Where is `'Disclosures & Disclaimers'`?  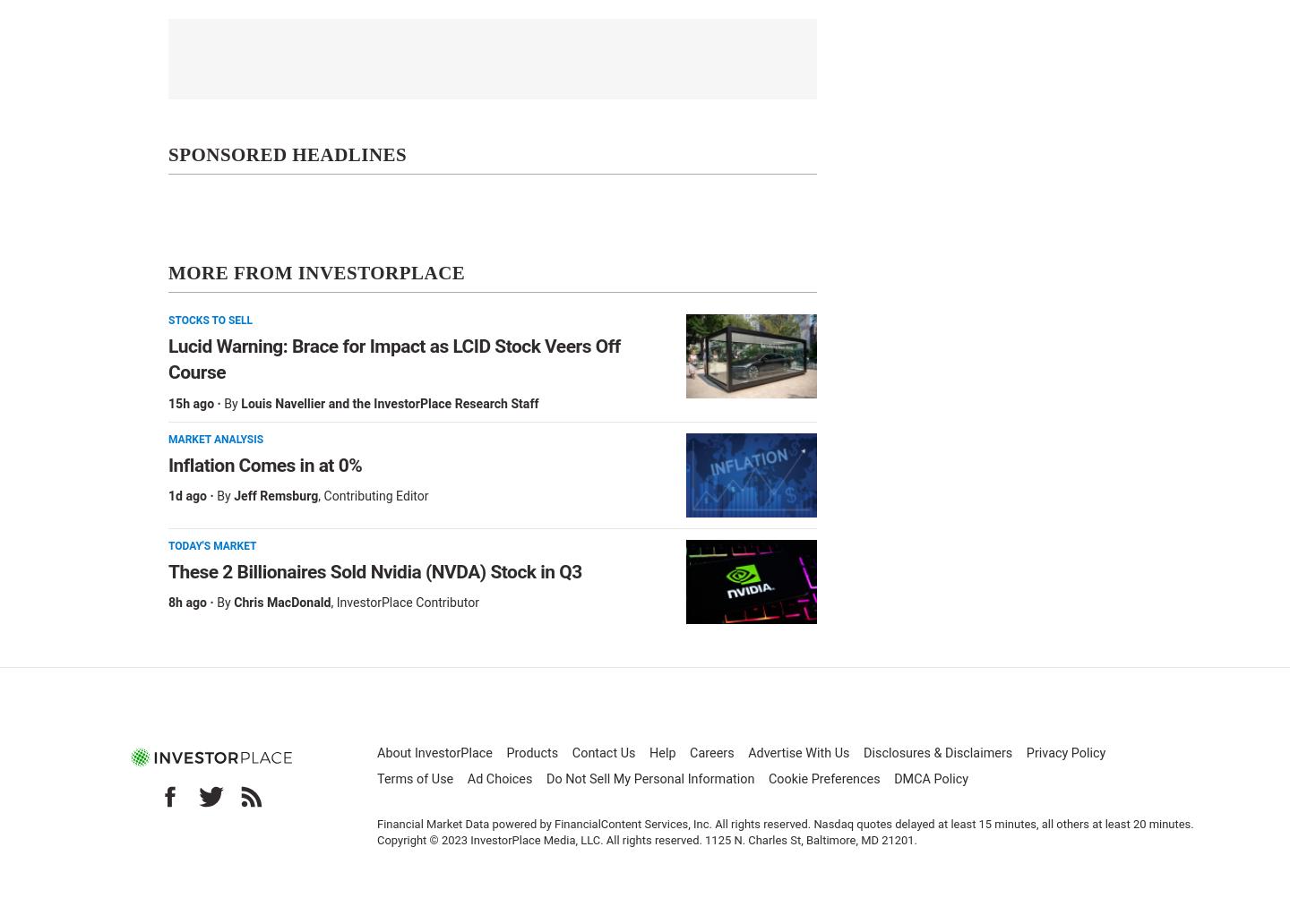
'Disclosures & Disclaimers' is located at coordinates (938, 752).